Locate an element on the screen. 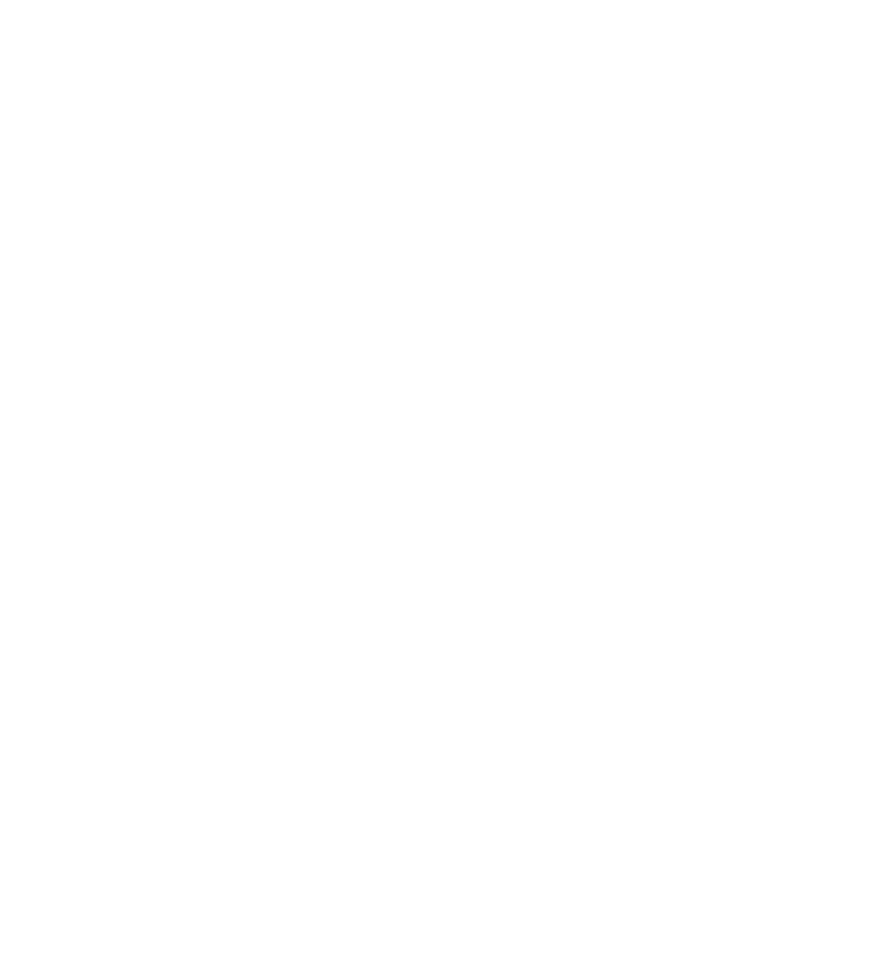 Image resolution: width=870 pixels, height=973 pixels. 'Fourier Audio, which joined forces with DiGiCo earlier this month, has launched its new transform.engine at AES 2023.' is located at coordinates (207, 631).